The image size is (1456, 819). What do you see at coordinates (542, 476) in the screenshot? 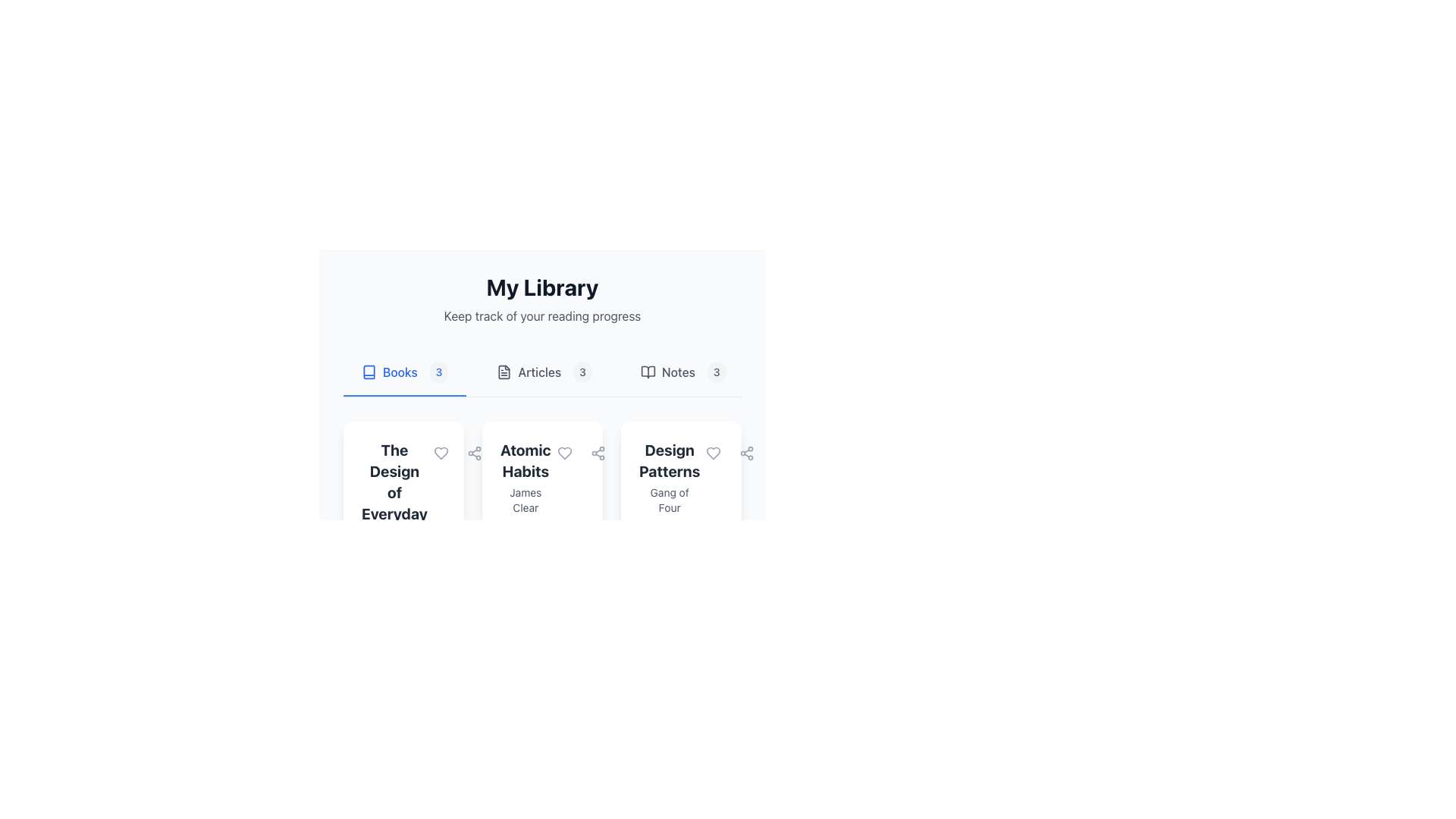
I see `the central book card displaying the title and author in 'My Library'` at bounding box center [542, 476].